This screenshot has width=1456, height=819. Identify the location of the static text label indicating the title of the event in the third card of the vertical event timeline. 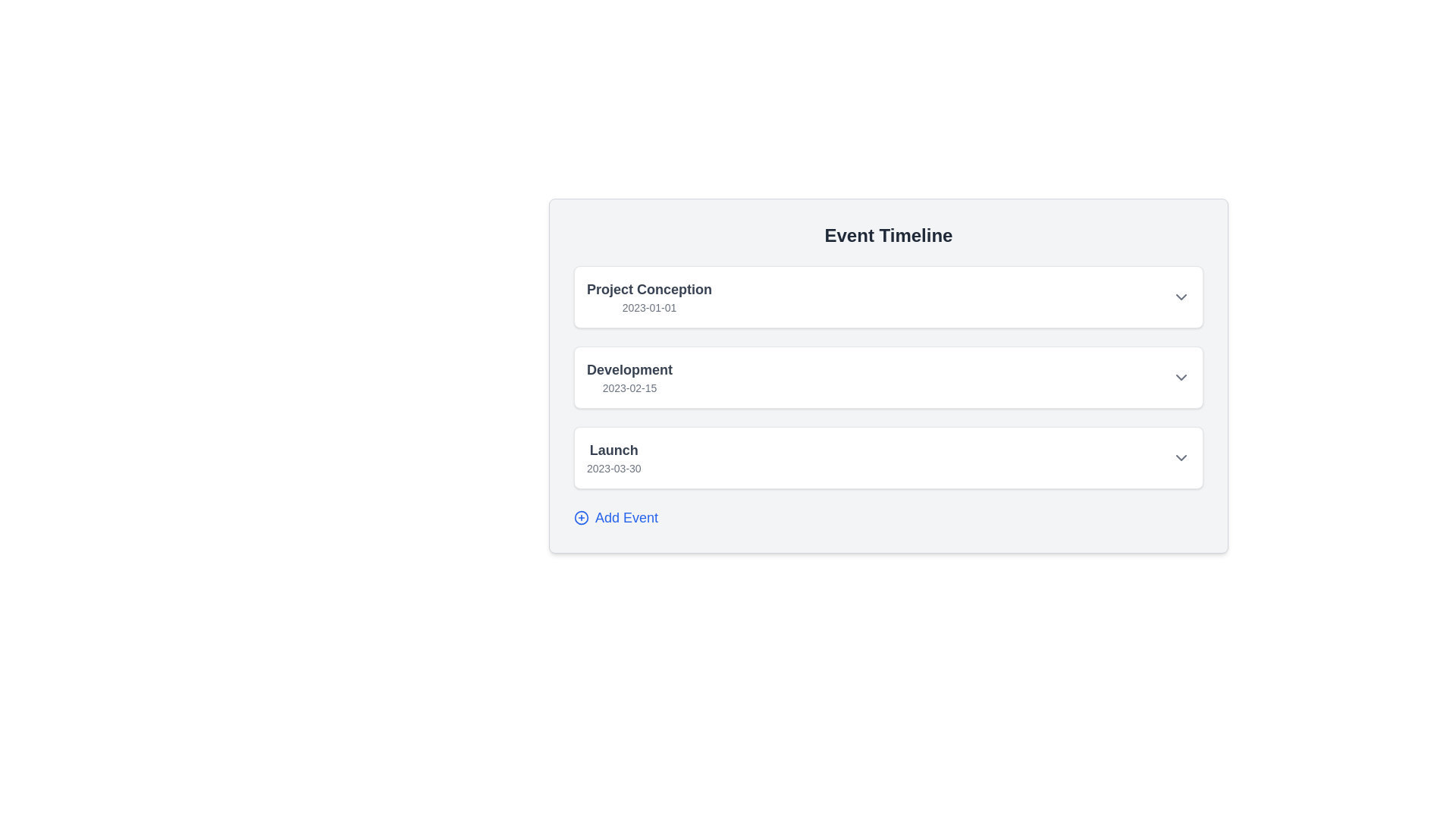
(613, 450).